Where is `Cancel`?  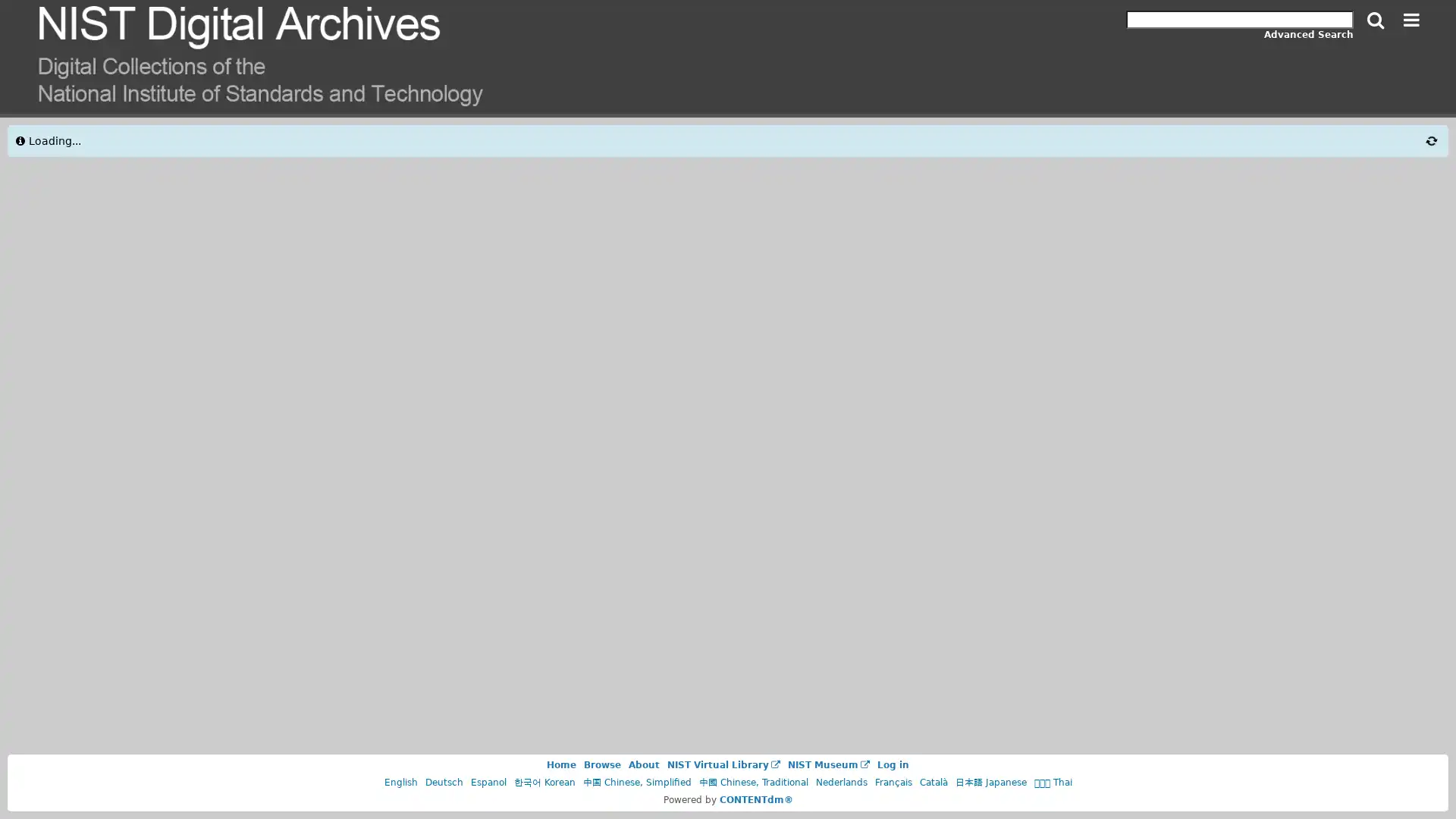
Cancel is located at coordinates (98, 344).